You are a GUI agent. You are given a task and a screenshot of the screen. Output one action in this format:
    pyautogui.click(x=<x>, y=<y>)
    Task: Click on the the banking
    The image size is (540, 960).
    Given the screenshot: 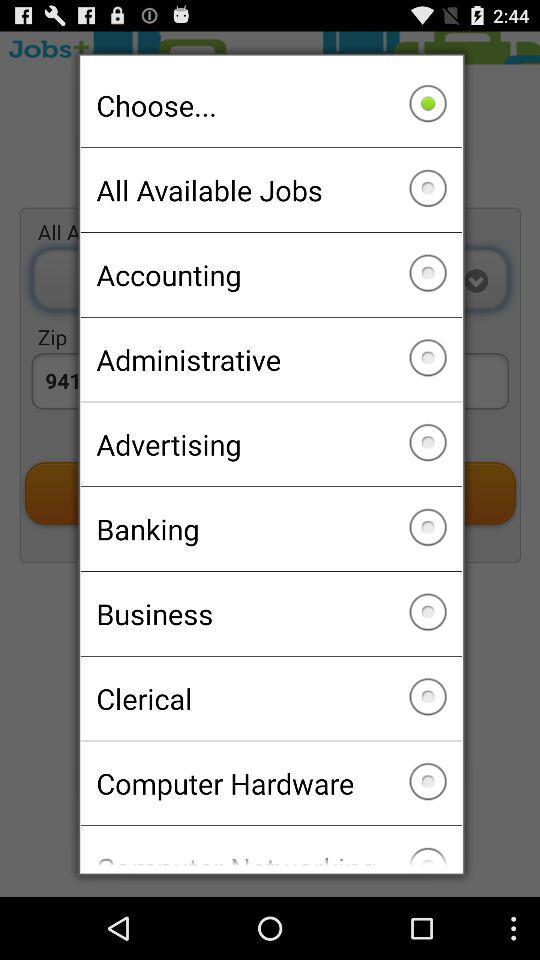 What is the action you would take?
    pyautogui.click(x=270, y=528)
    